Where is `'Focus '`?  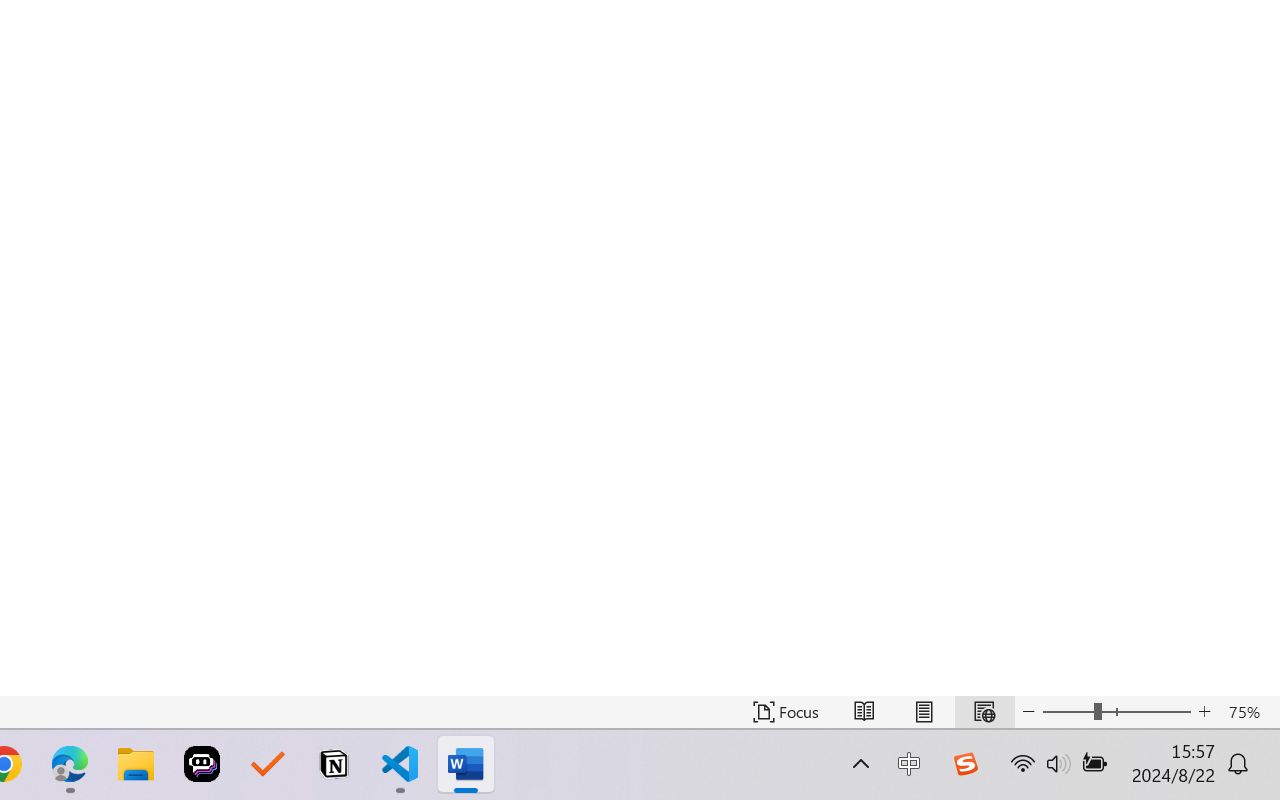
'Focus ' is located at coordinates (785, 711).